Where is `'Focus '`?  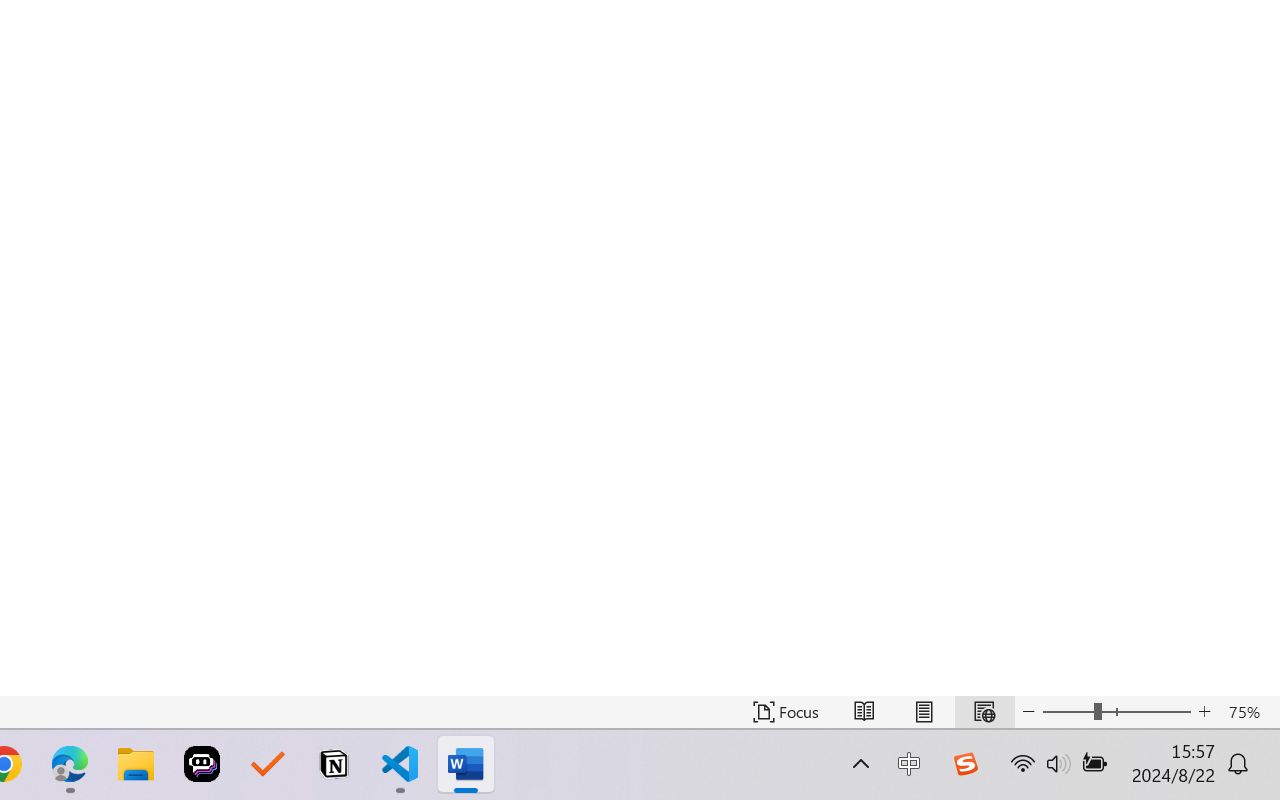
'Focus ' is located at coordinates (785, 711).